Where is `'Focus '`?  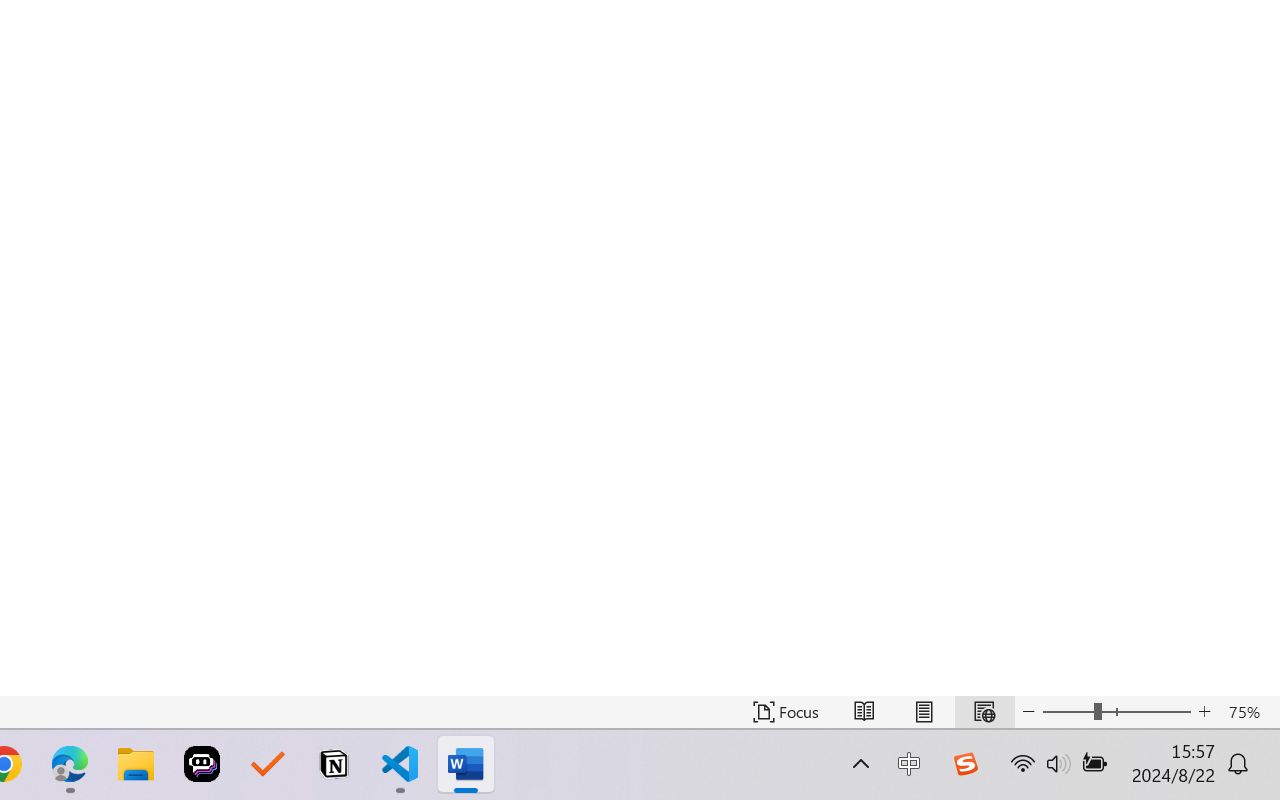
'Focus ' is located at coordinates (785, 711).